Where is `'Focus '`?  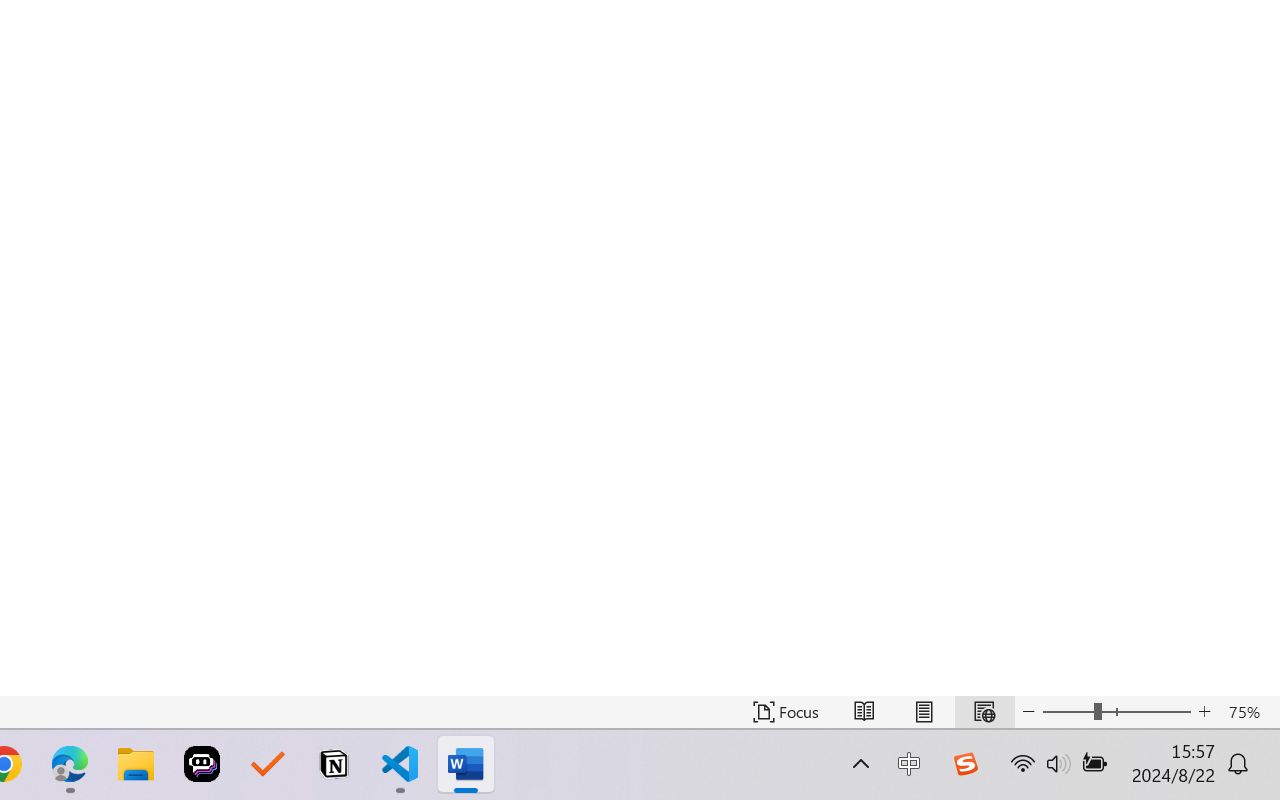
'Focus ' is located at coordinates (785, 711).